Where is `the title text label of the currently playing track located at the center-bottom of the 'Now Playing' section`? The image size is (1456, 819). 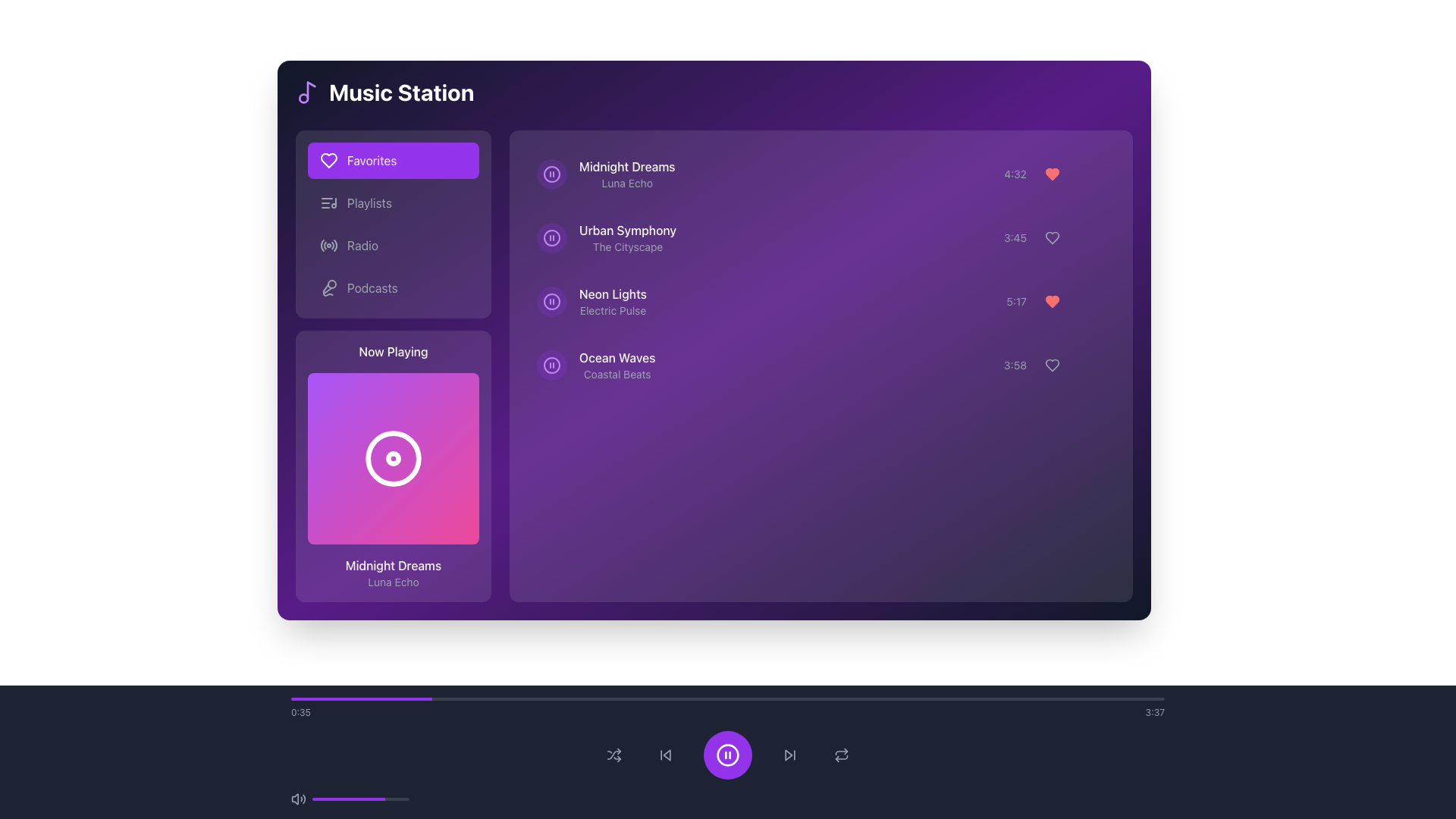
the title text label of the currently playing track located at the center-bottom of the 'Now Playing' section is located at coordinates (393, 565).